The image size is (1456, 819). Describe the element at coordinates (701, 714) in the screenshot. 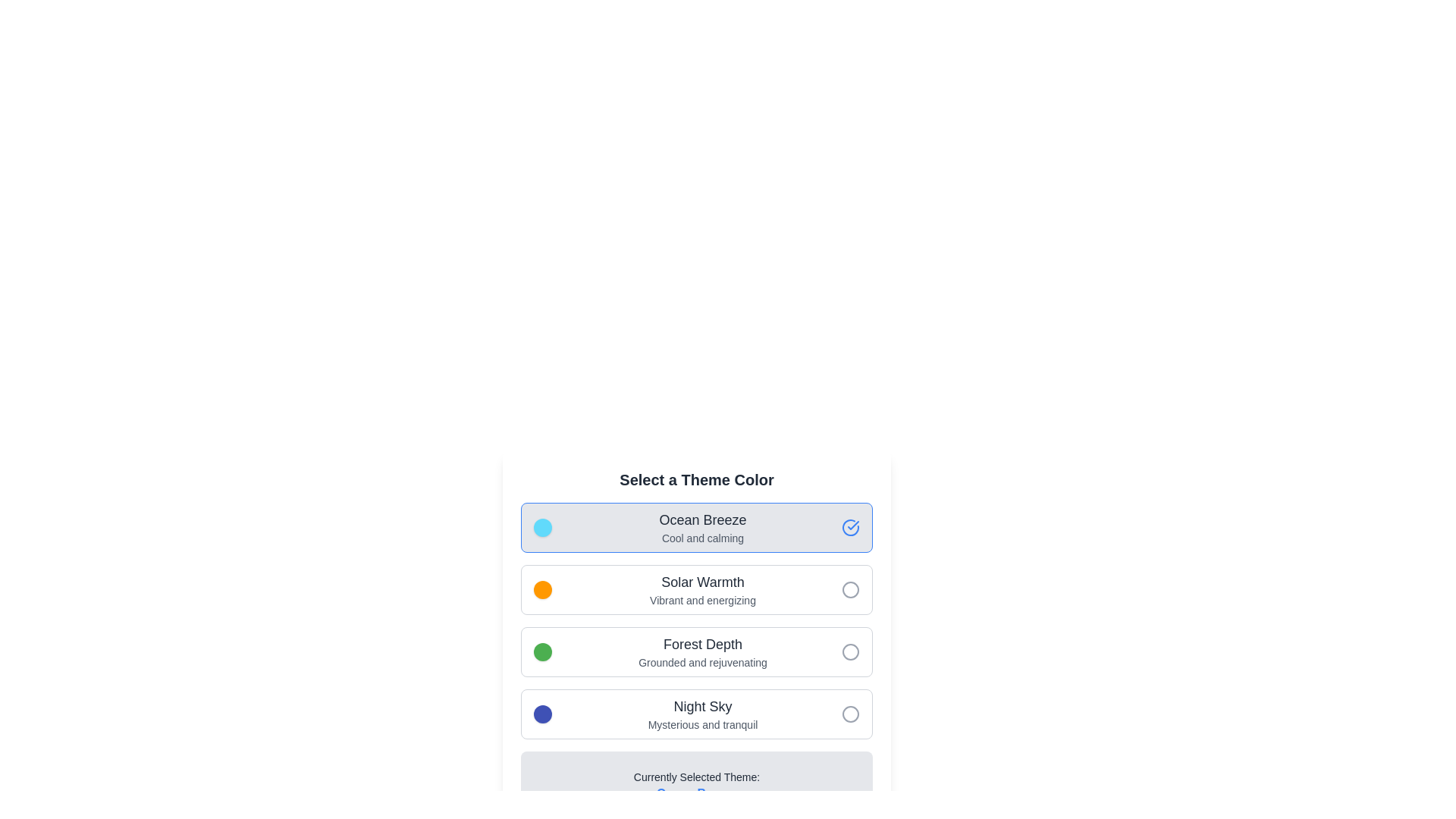

I see `the Text block displaying the title 'Night Sky' and subtitle 'Mysterious and tranquil'` at that location.